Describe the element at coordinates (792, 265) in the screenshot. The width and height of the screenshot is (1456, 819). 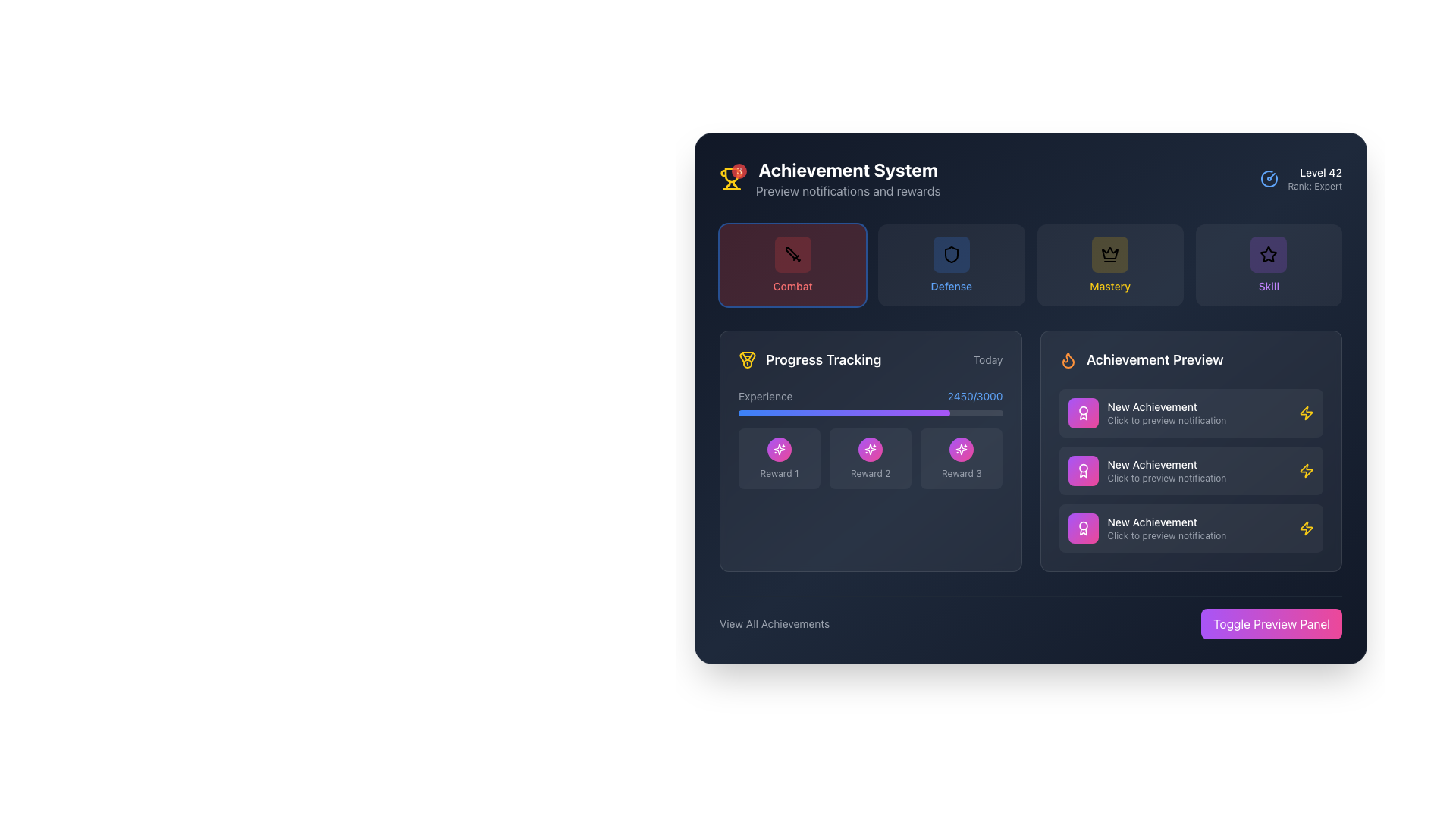
I see `the leftmost button labeled 'Combat', which has a red background and a black sword icon` at that location.